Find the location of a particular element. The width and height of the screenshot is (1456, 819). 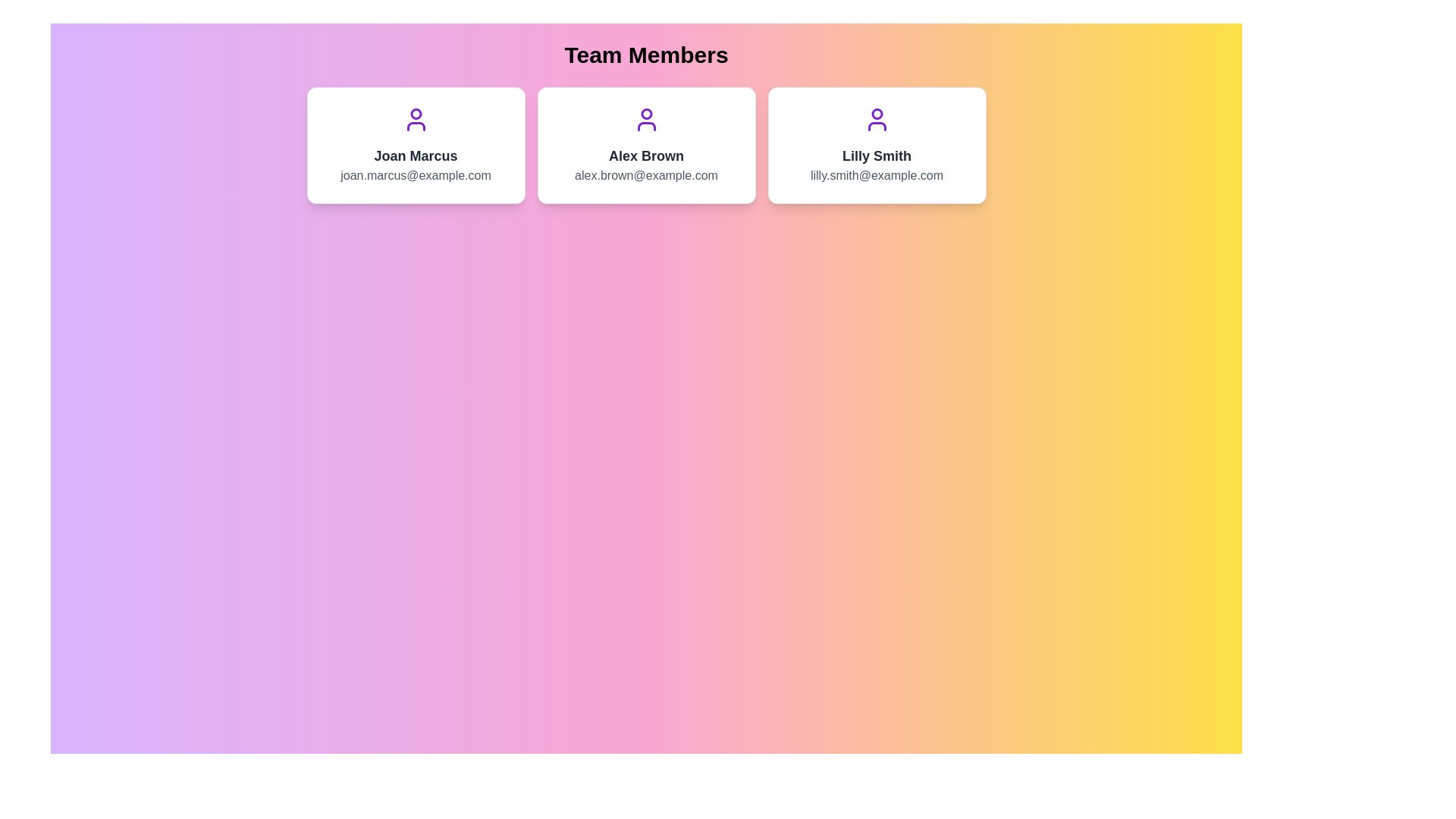

the circular avatar icon representing 'Alex Brown' located in the top region of the middle card in the team member profiles is located at coordinates (646, 113).